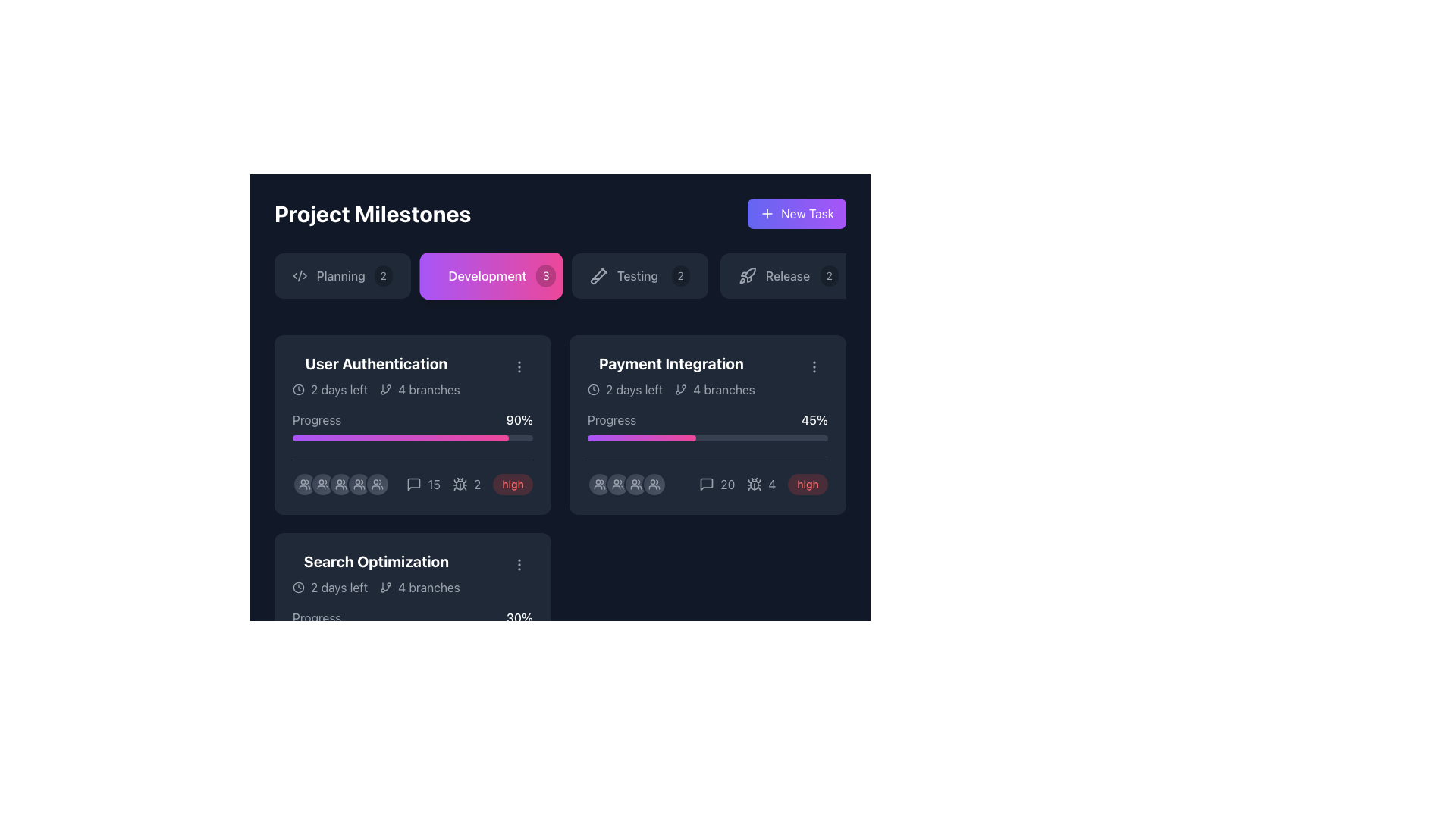 The width and height of the screenshot is (1456, 819). What do you see at coordinates (707, 478) in the screenshot?
I see `iconography and associated numbers in the Data-display group that shows the text '204high', located in the 'Payment Integration' panel under the progress bar section` at bounding box center [707, 478].